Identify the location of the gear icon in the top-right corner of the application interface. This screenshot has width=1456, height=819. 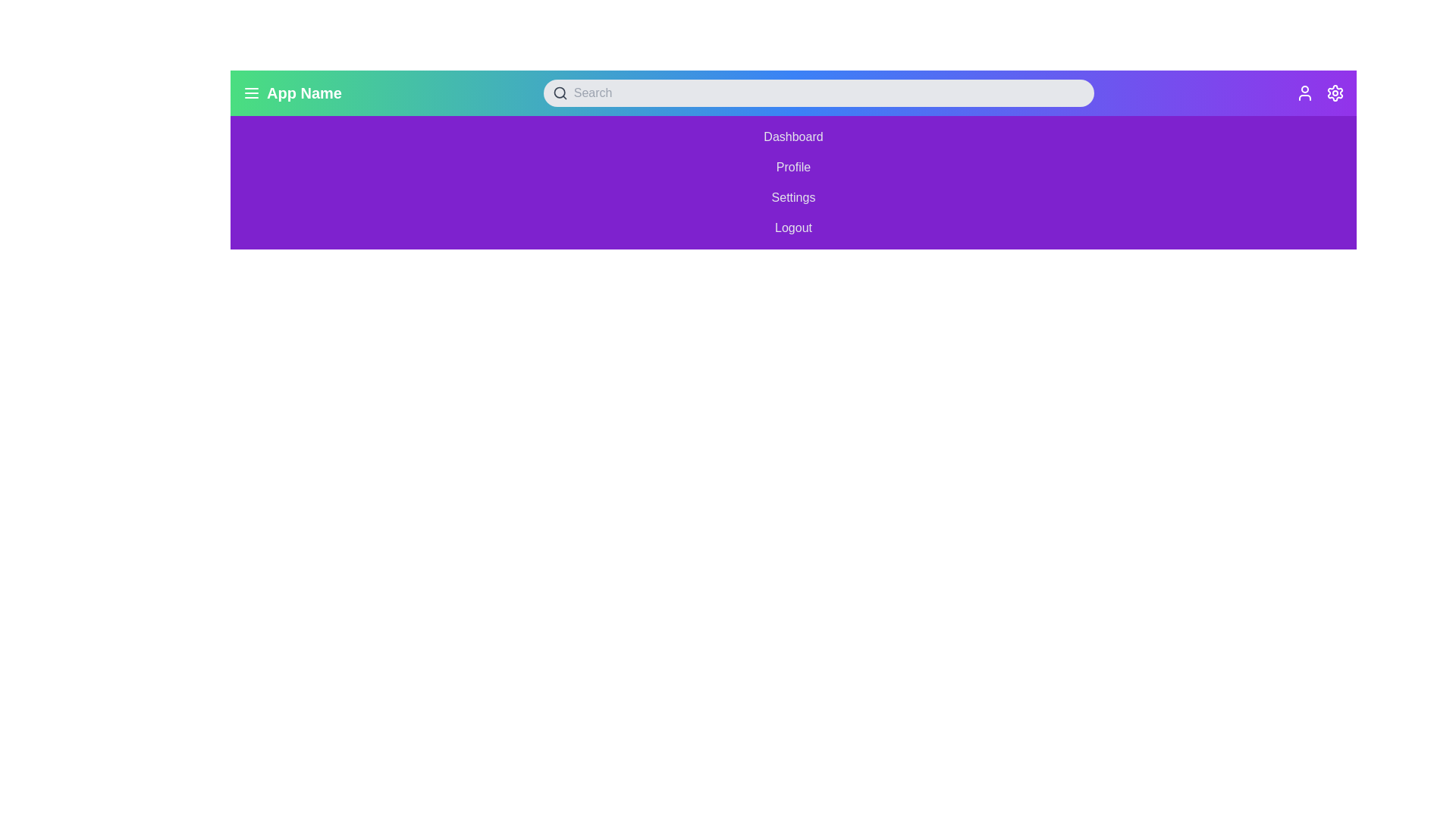
(1335, 93).